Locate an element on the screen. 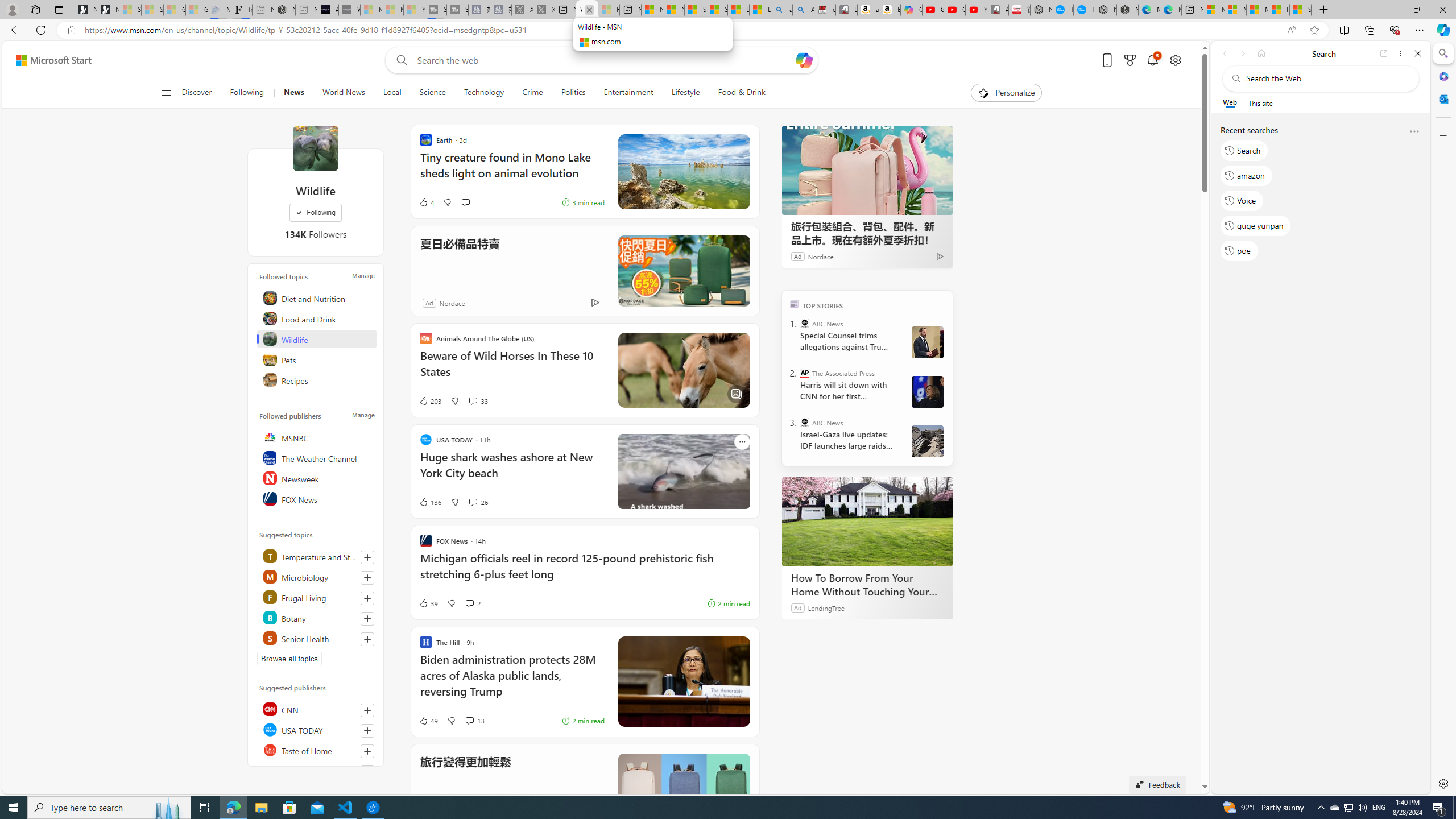  'Follow this topic' is located at coordinates (367, 638).